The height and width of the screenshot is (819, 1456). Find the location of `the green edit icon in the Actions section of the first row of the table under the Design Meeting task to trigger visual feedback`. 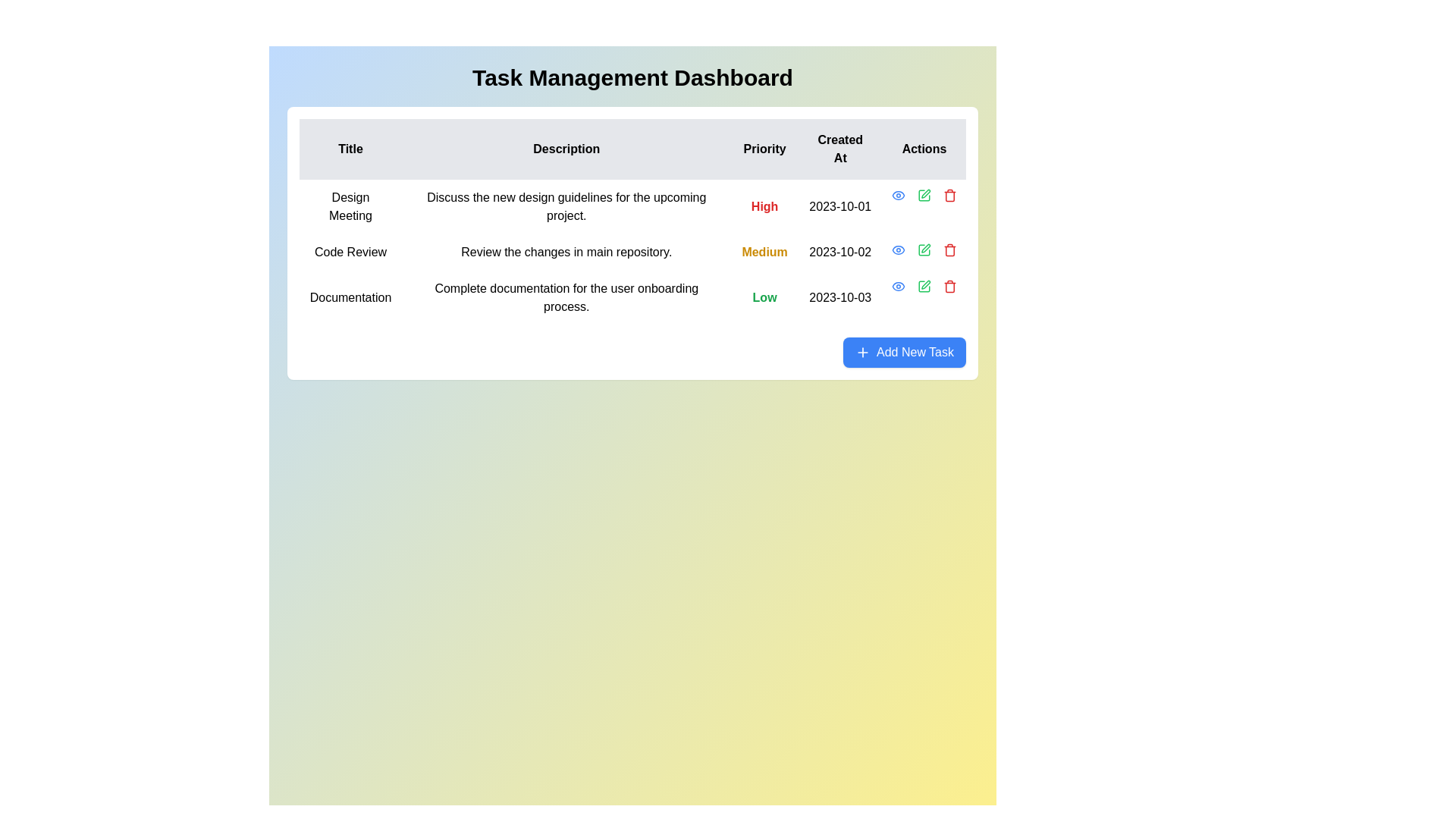

the green edit icon in the Actions section of the first row of the table under the Design Meeting task to trigger visual feedback is located at coordinates (924, 195).